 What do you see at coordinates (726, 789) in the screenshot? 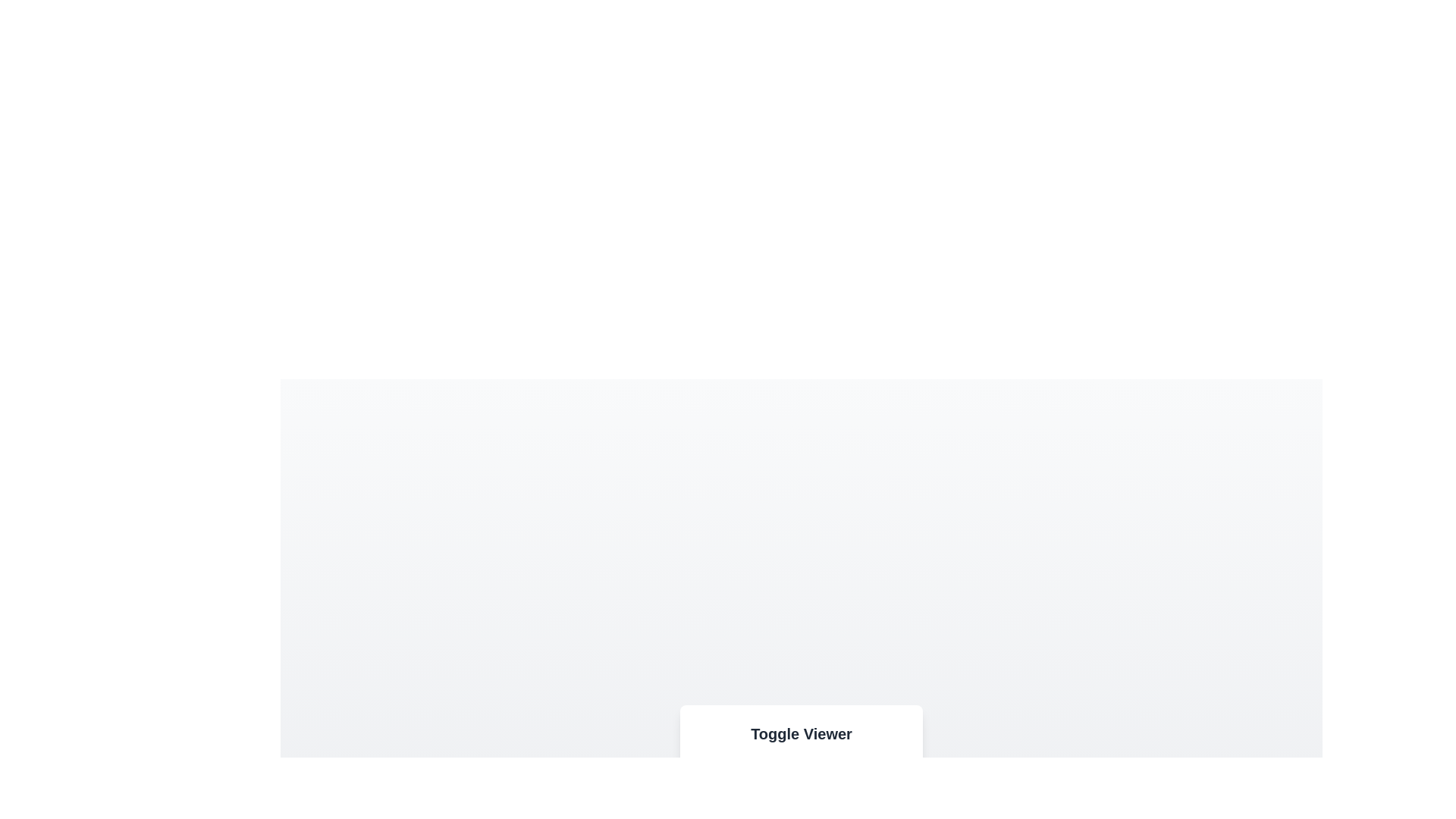
I see `the option Image from the toggle button` at bounding box center [726, 789].